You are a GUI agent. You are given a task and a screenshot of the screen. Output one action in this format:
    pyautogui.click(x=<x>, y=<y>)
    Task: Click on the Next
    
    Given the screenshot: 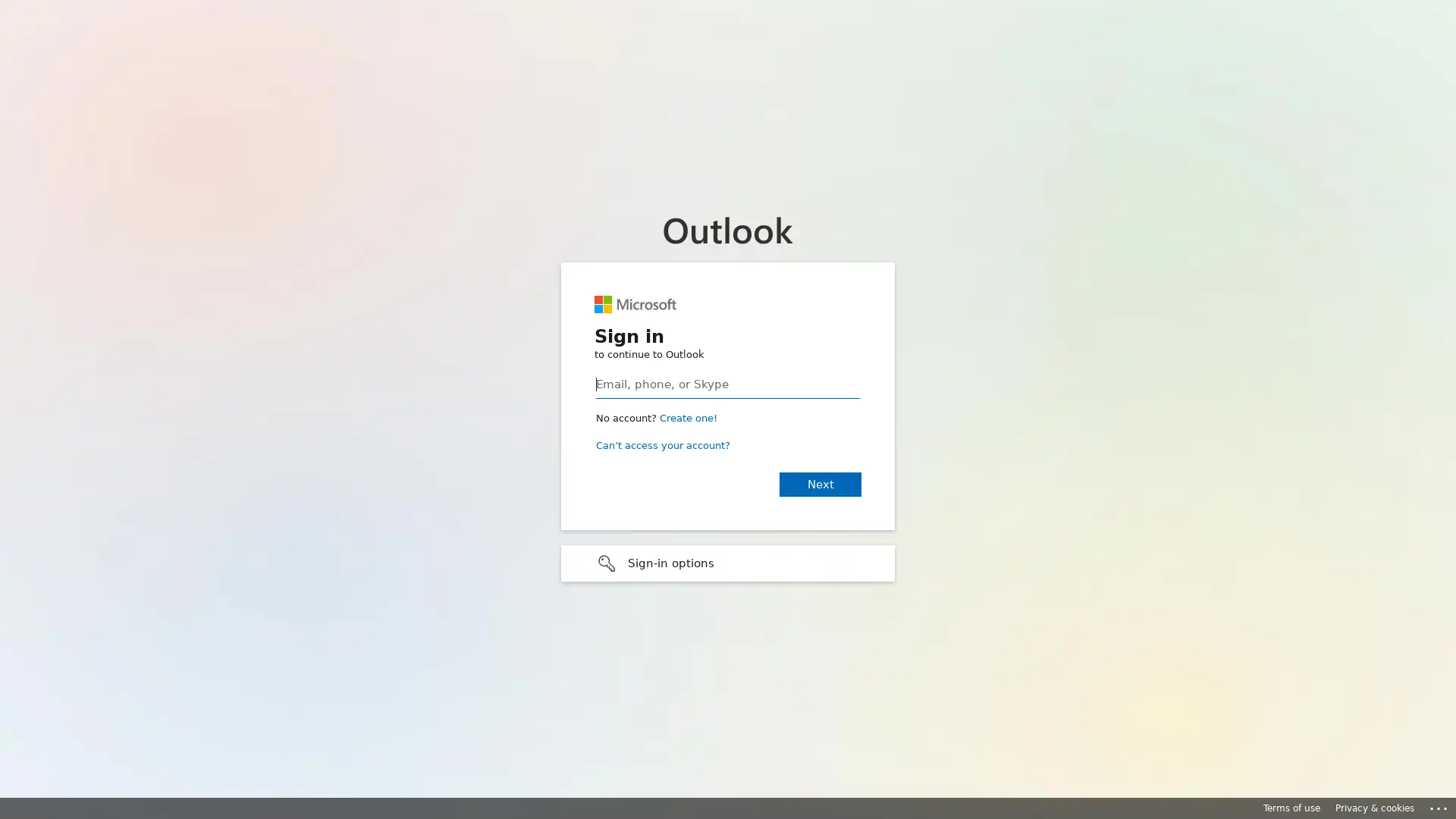 What is the action you would take?
    pyautogui.click(x=819, y=483)
    